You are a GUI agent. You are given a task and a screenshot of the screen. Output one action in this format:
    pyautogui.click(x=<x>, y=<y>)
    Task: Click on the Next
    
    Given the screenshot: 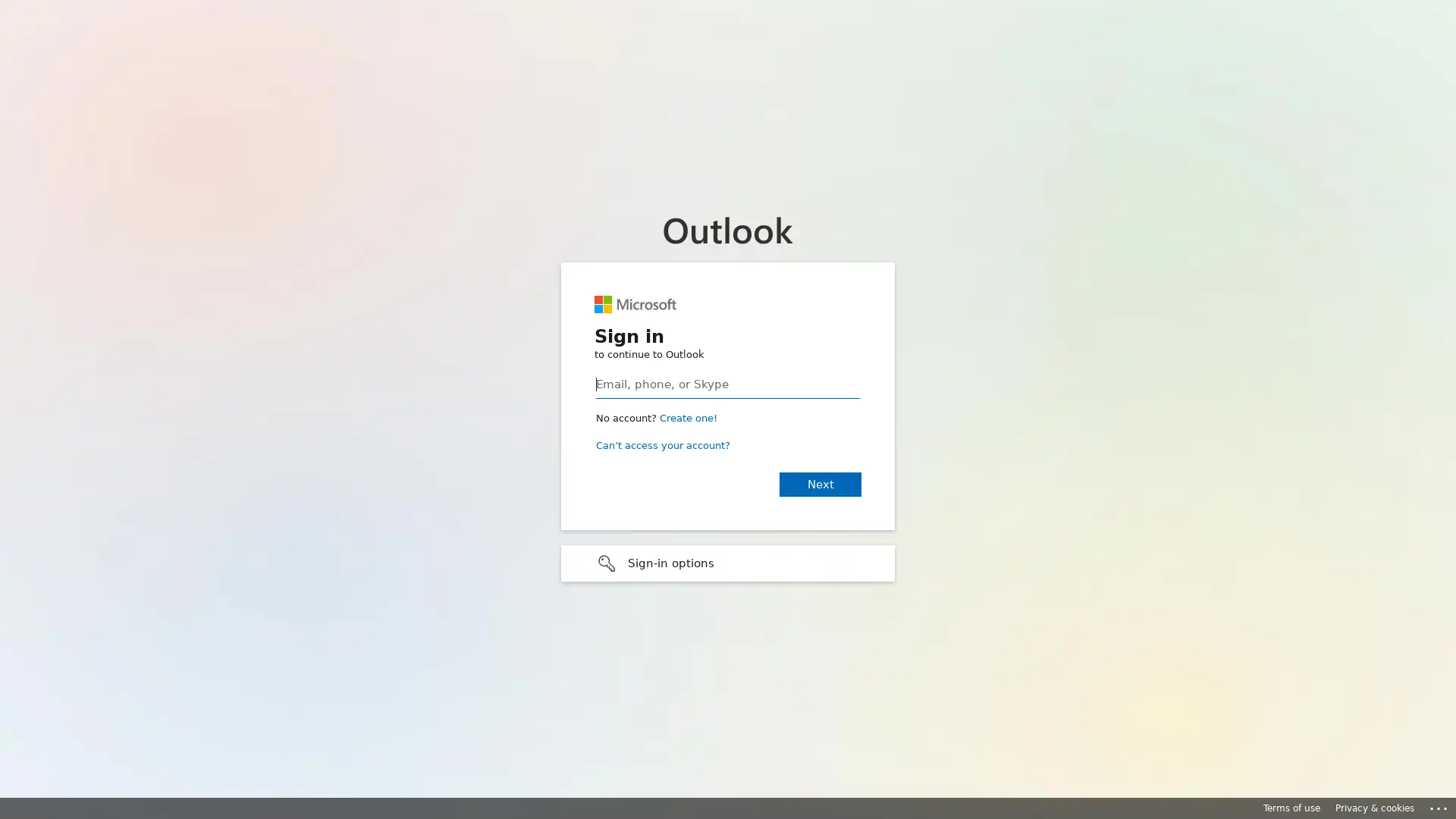 What is the action you would take?
    pyautogui.click(x=819, y=483)
    